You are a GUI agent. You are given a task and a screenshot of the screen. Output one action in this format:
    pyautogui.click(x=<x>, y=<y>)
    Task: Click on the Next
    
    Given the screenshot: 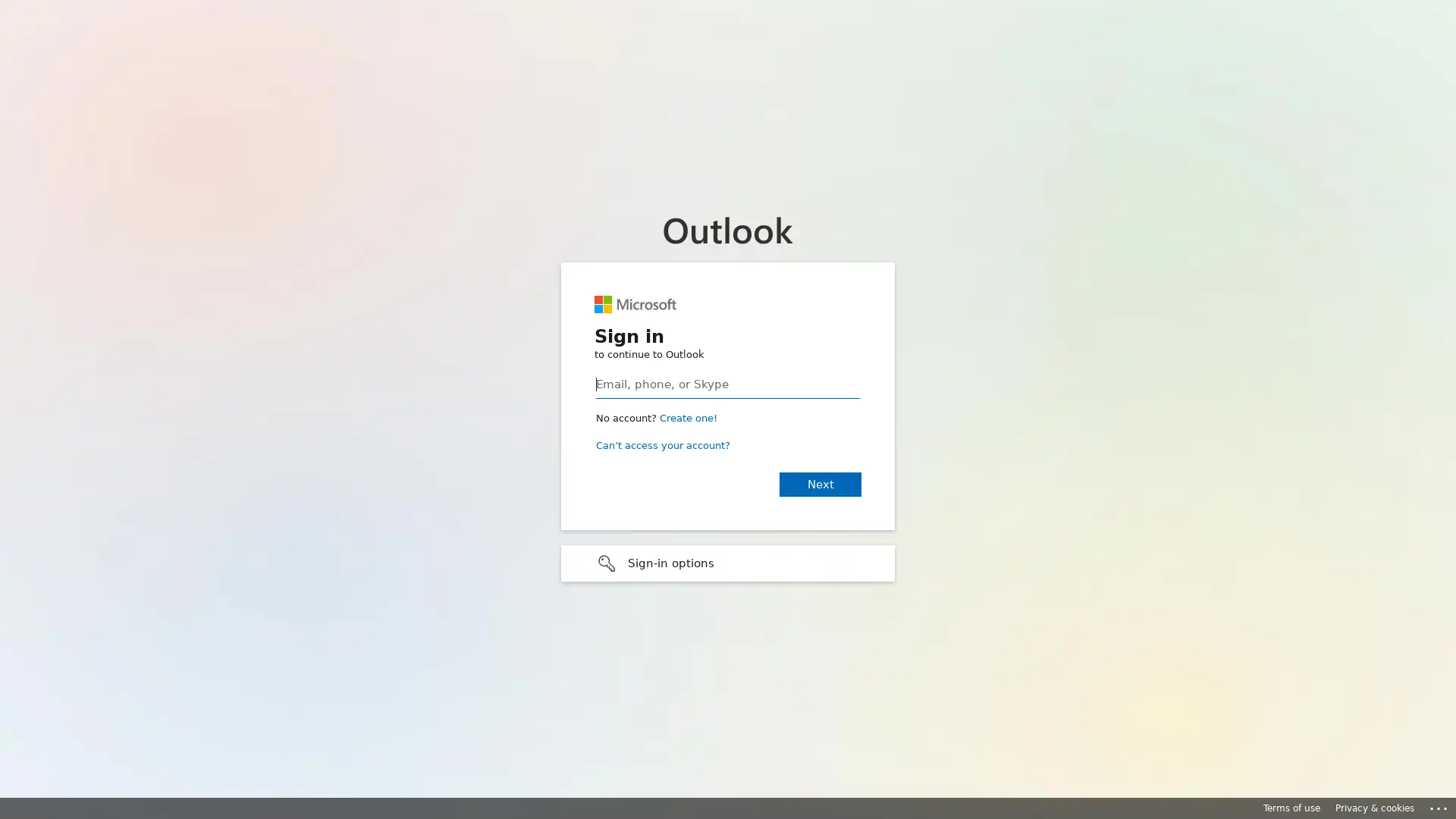 What is the action you would take?
    pyautogui.click(x=819, y=483)
    